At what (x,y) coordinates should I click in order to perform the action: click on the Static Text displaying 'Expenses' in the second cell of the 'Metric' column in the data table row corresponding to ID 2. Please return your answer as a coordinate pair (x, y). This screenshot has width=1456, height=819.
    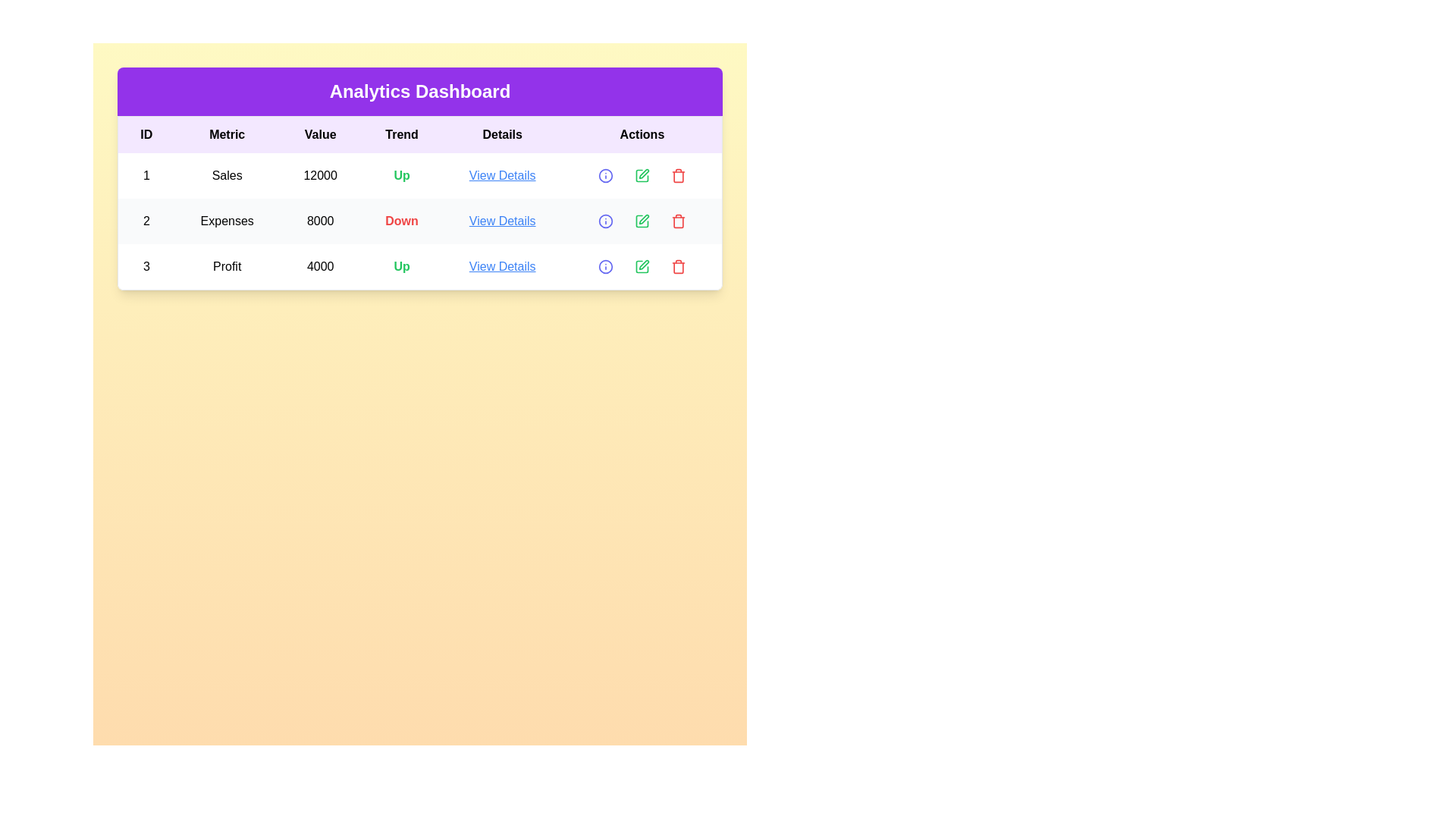
    Looking at the image, I should click on (226, 221).